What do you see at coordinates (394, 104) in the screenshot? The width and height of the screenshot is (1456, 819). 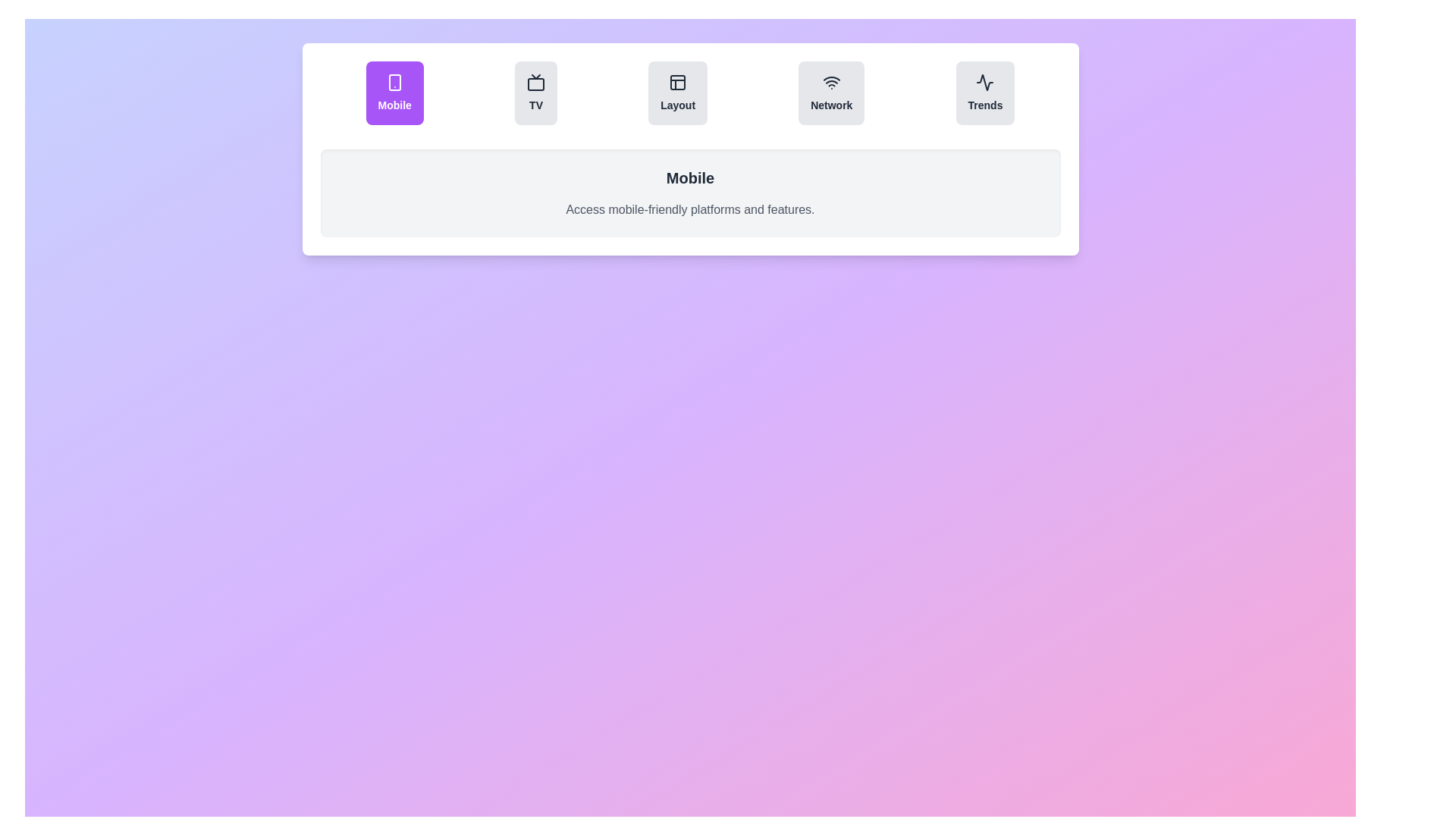 I see `the 'Mobile' label, which is located at the bottom of the group section, directly below the smartphone icon` at bounding box center [394, 104].